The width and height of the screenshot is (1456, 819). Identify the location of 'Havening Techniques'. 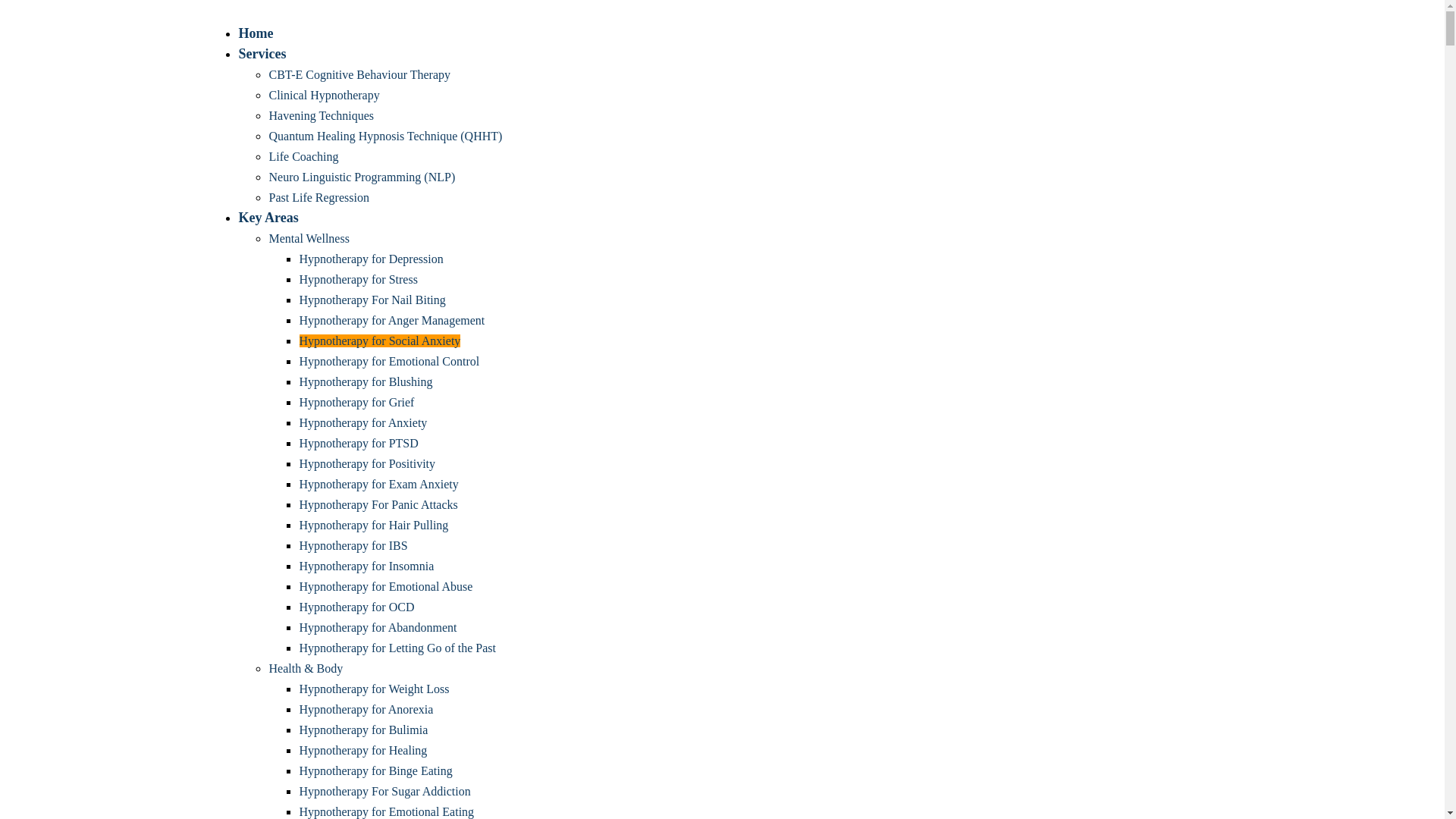
(320, 115).